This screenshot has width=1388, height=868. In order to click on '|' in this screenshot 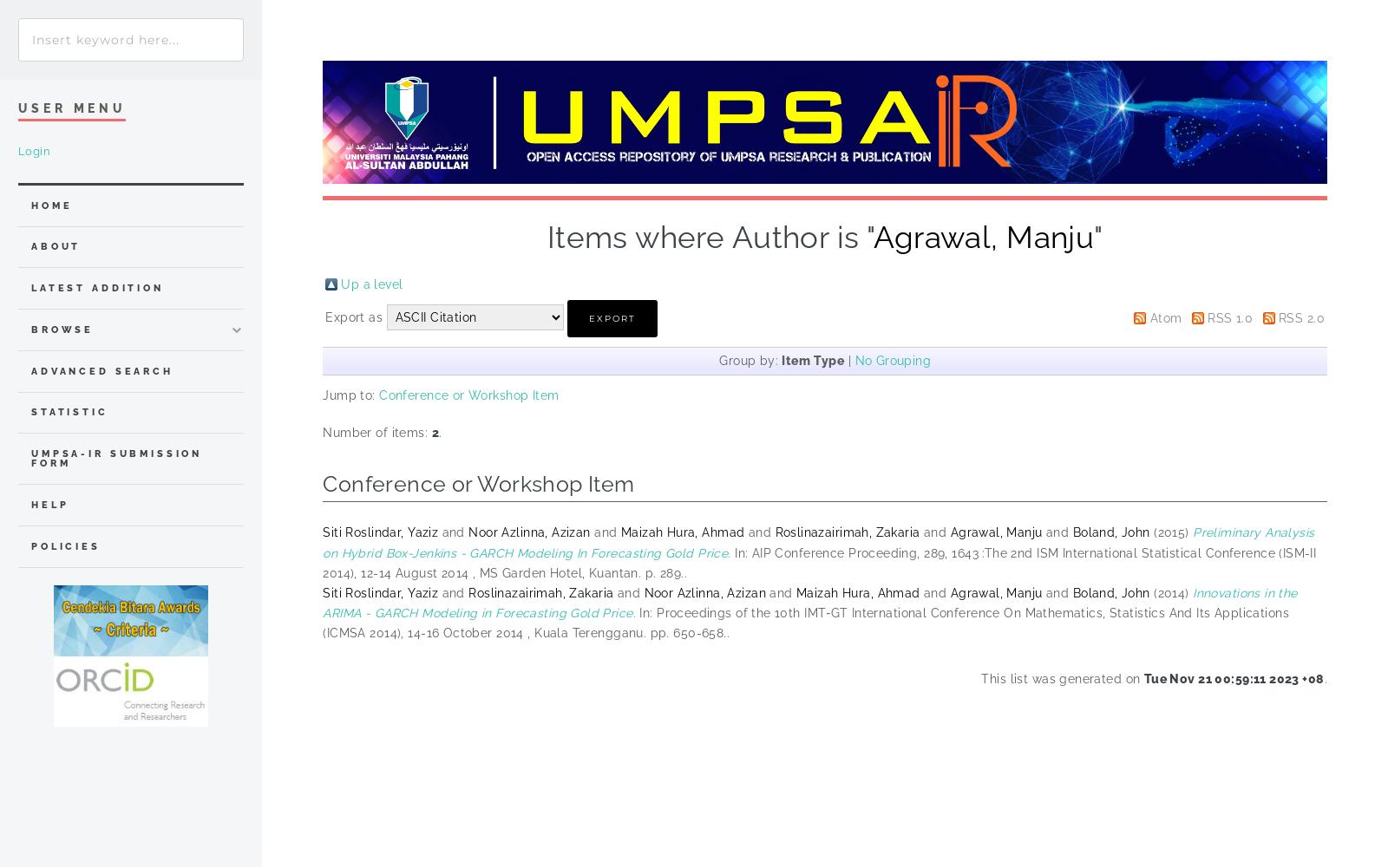, I will do `click(848, 359)`.